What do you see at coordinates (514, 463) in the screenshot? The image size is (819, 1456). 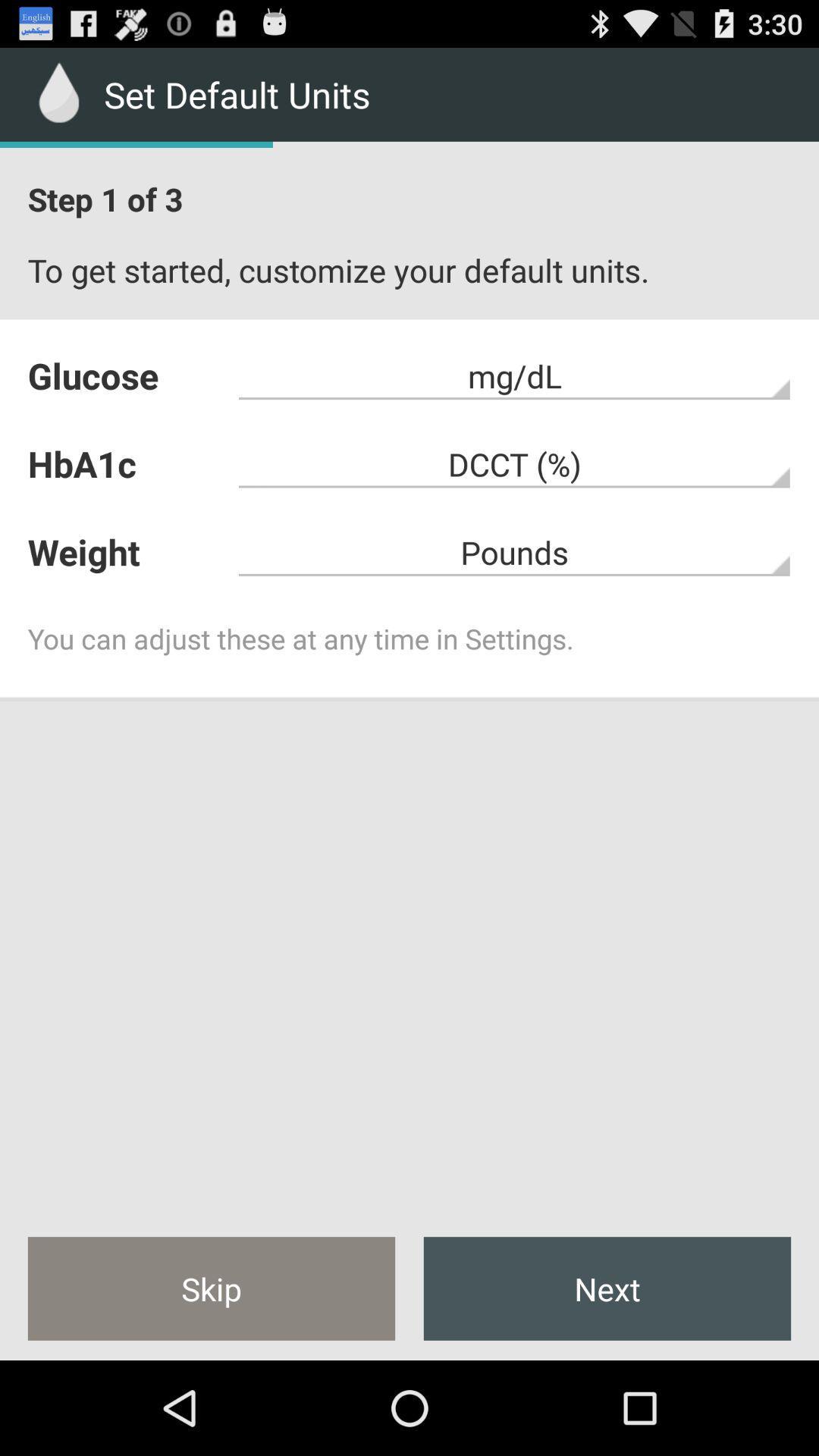 I see `app above the weight icon` at bounding box center [514, 463].